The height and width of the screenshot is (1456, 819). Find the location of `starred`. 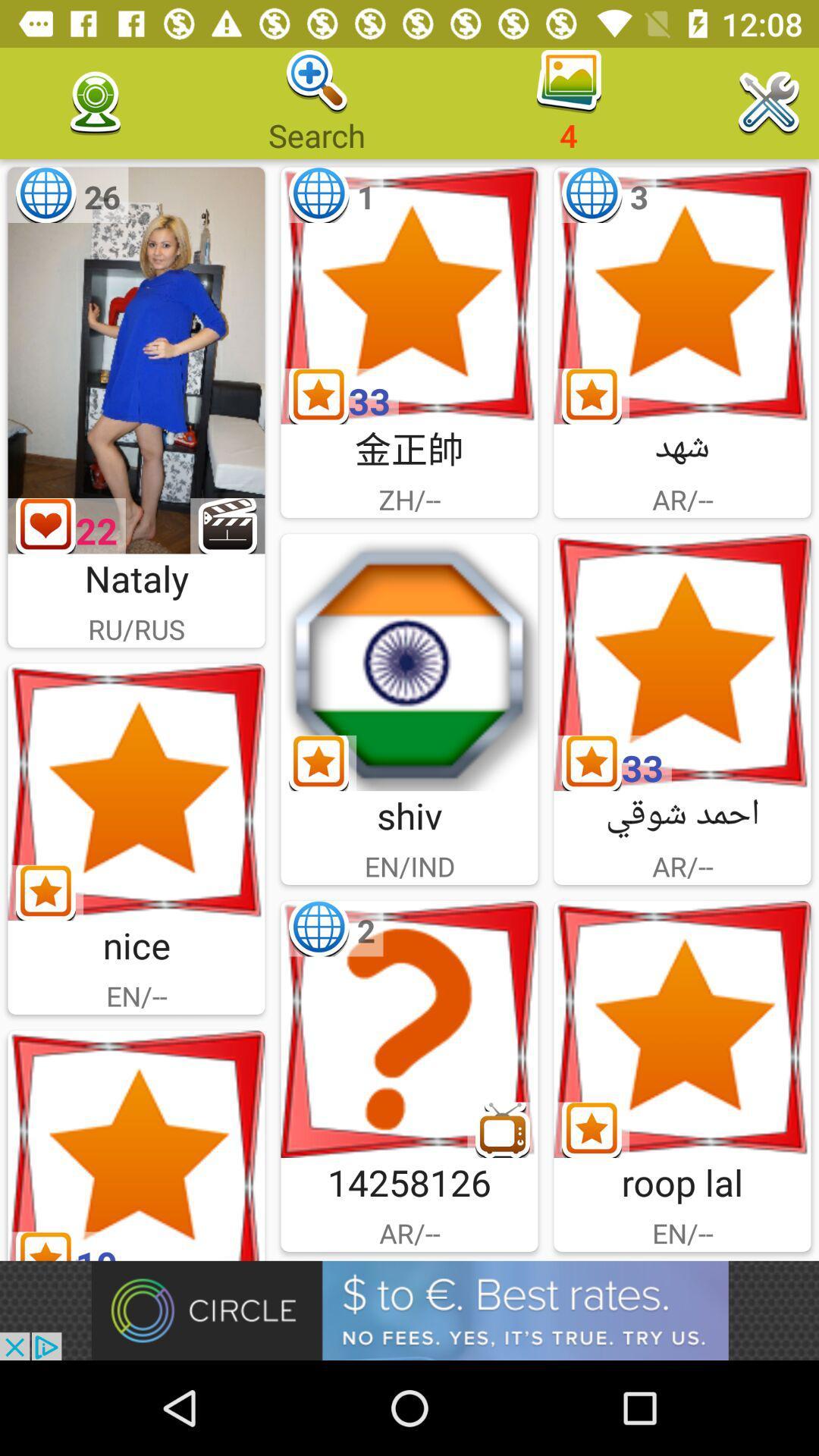

starred is located at coordinates (681, 662).